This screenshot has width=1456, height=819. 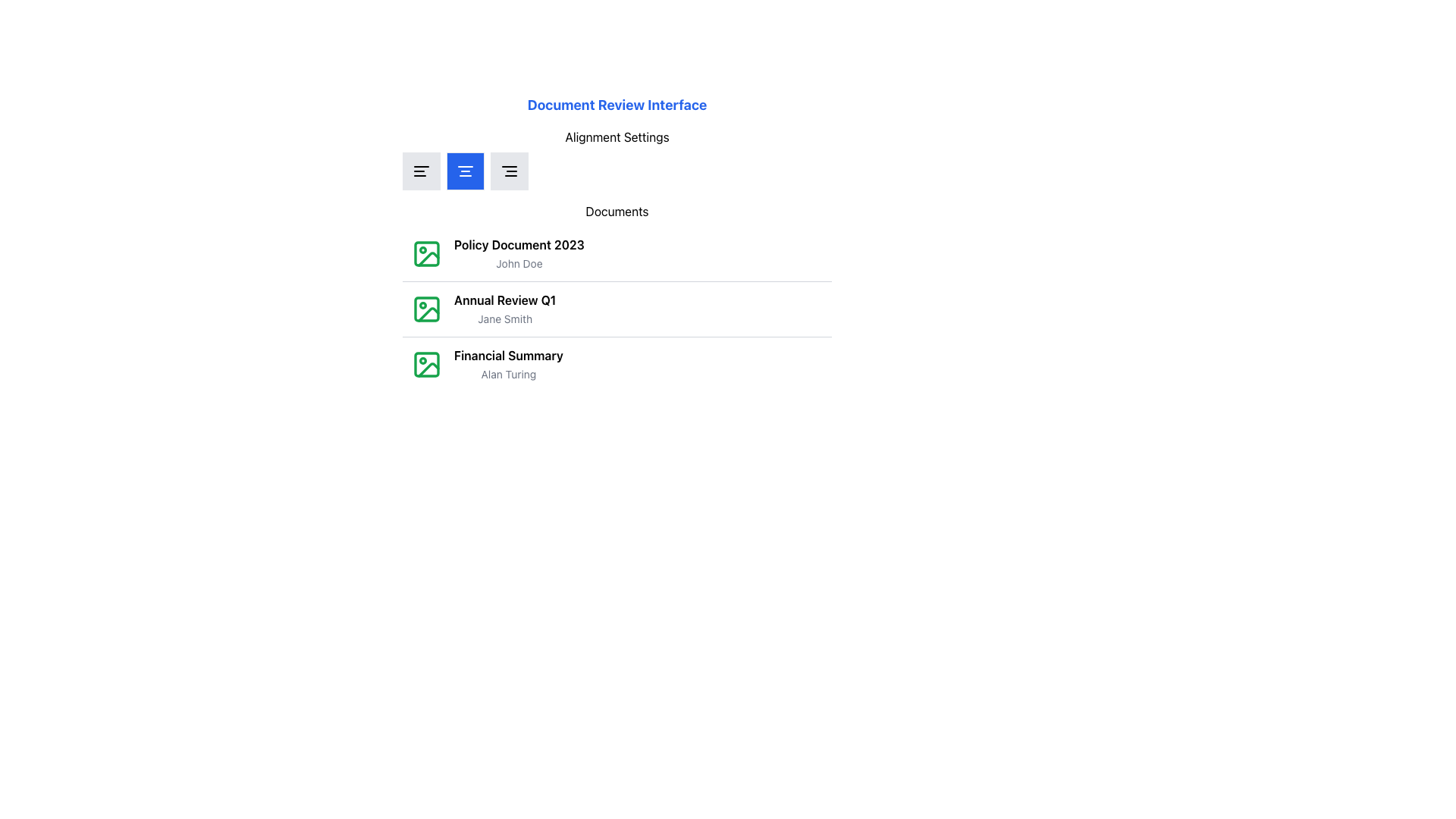 What do you see at coordinates (425, 253) in the screenshot?
I see `the icon that visually identifies the document entry titled 'Policy Document 2023' by John Doe, which is the first visual element in the horizontal row of the list` at bounding box center [425, 253].